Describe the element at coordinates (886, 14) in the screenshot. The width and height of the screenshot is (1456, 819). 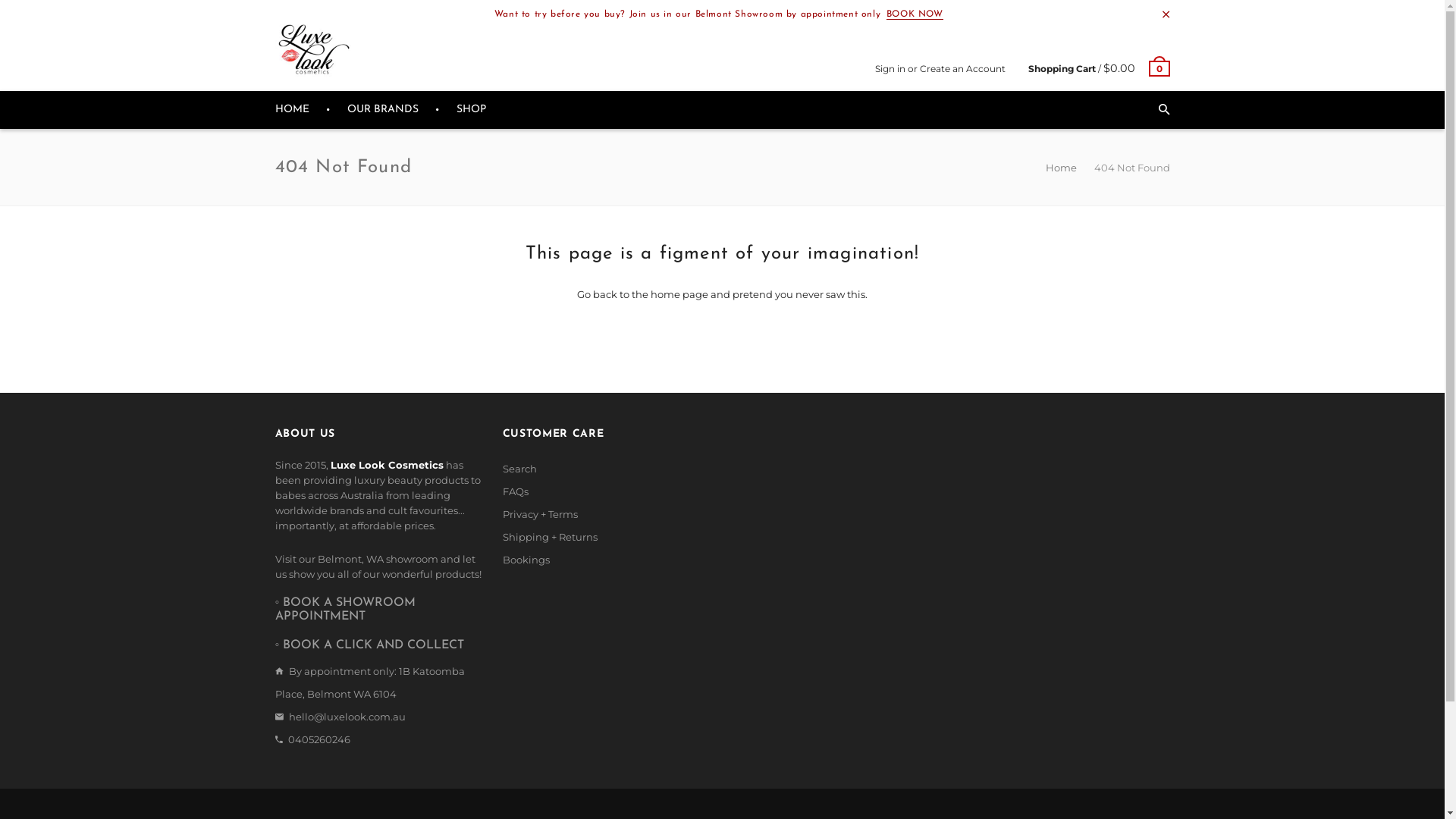
I see `'BOOK NOW'` at that location.